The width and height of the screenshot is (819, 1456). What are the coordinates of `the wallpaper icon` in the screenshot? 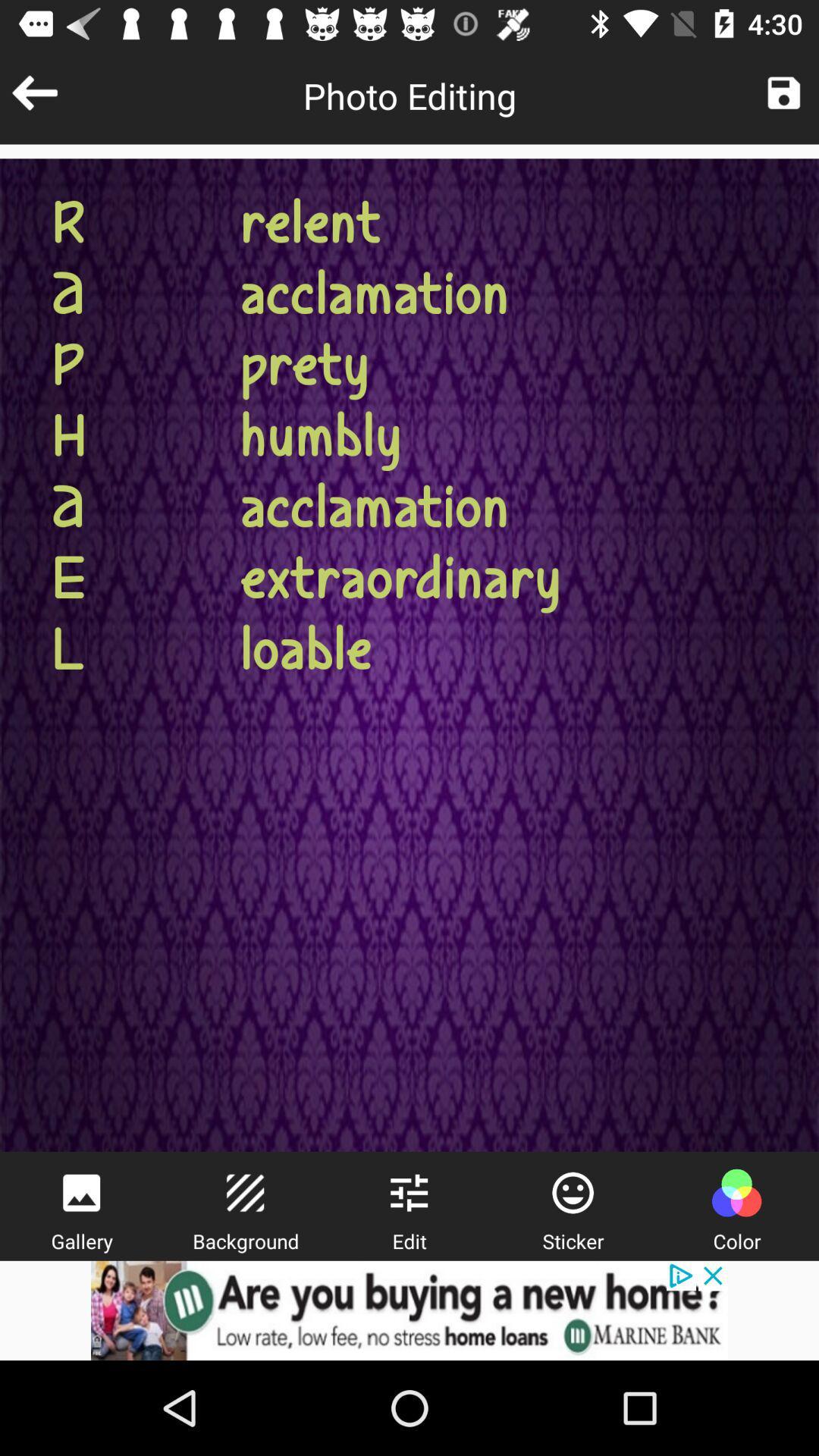 It's located at (81, 1192).